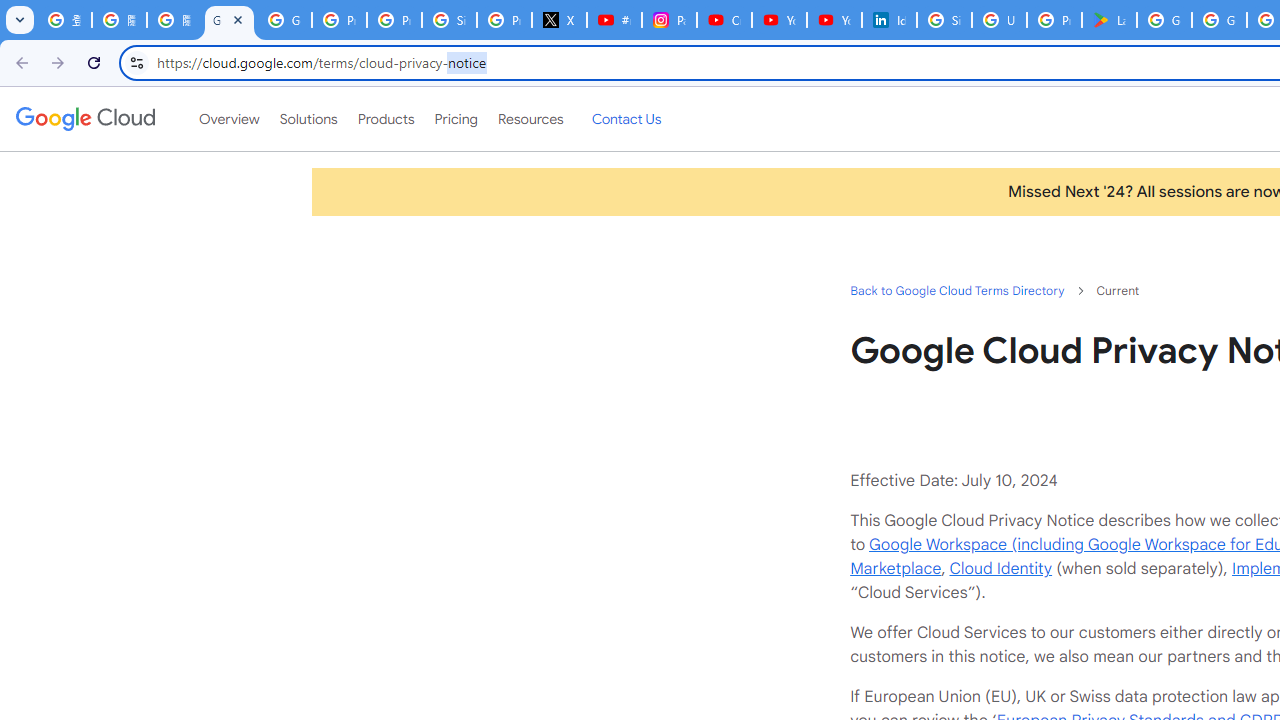 The width and height of the screenshot is (1280, 720). Describe the element at coordinates (833, 20) in the screenshot. I see `'YouTube Culture & Trends - YouTube Top 10, 2021'` at that location.